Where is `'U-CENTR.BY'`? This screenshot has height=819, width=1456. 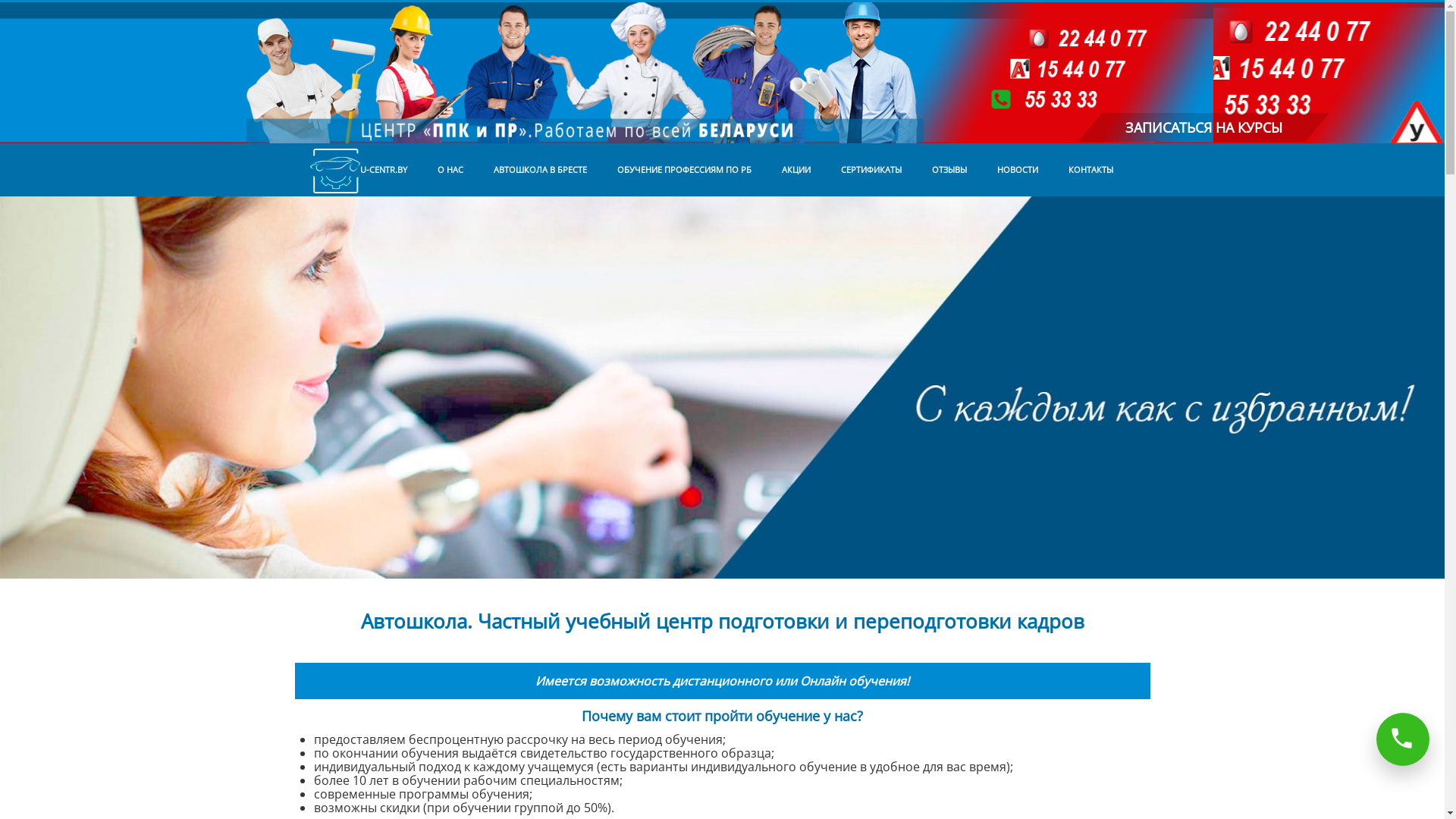 'U-CENTR.BY' is located at coordinates (294, 169).